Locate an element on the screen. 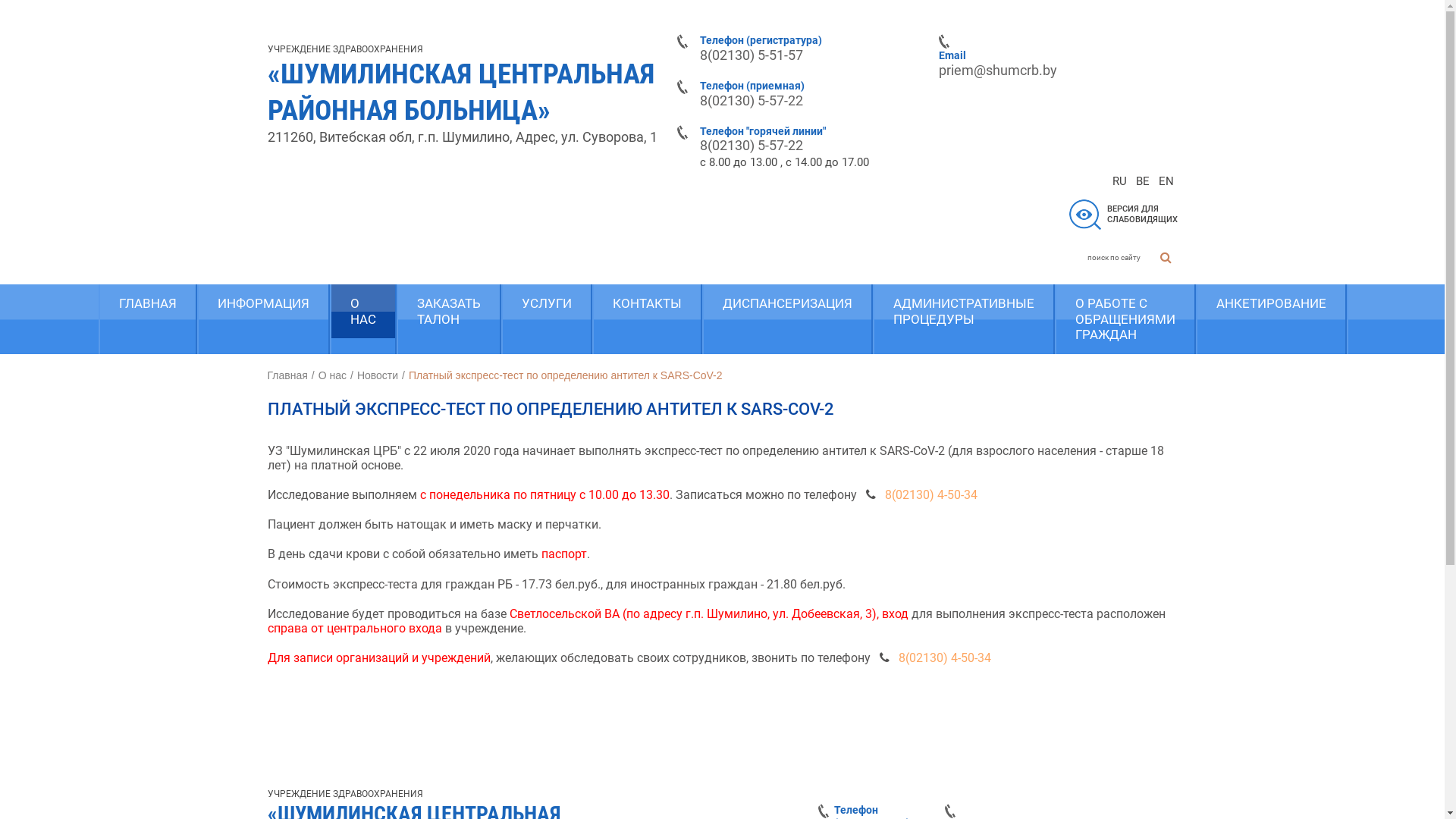  'EN' is located at coordinates (1164, 180).